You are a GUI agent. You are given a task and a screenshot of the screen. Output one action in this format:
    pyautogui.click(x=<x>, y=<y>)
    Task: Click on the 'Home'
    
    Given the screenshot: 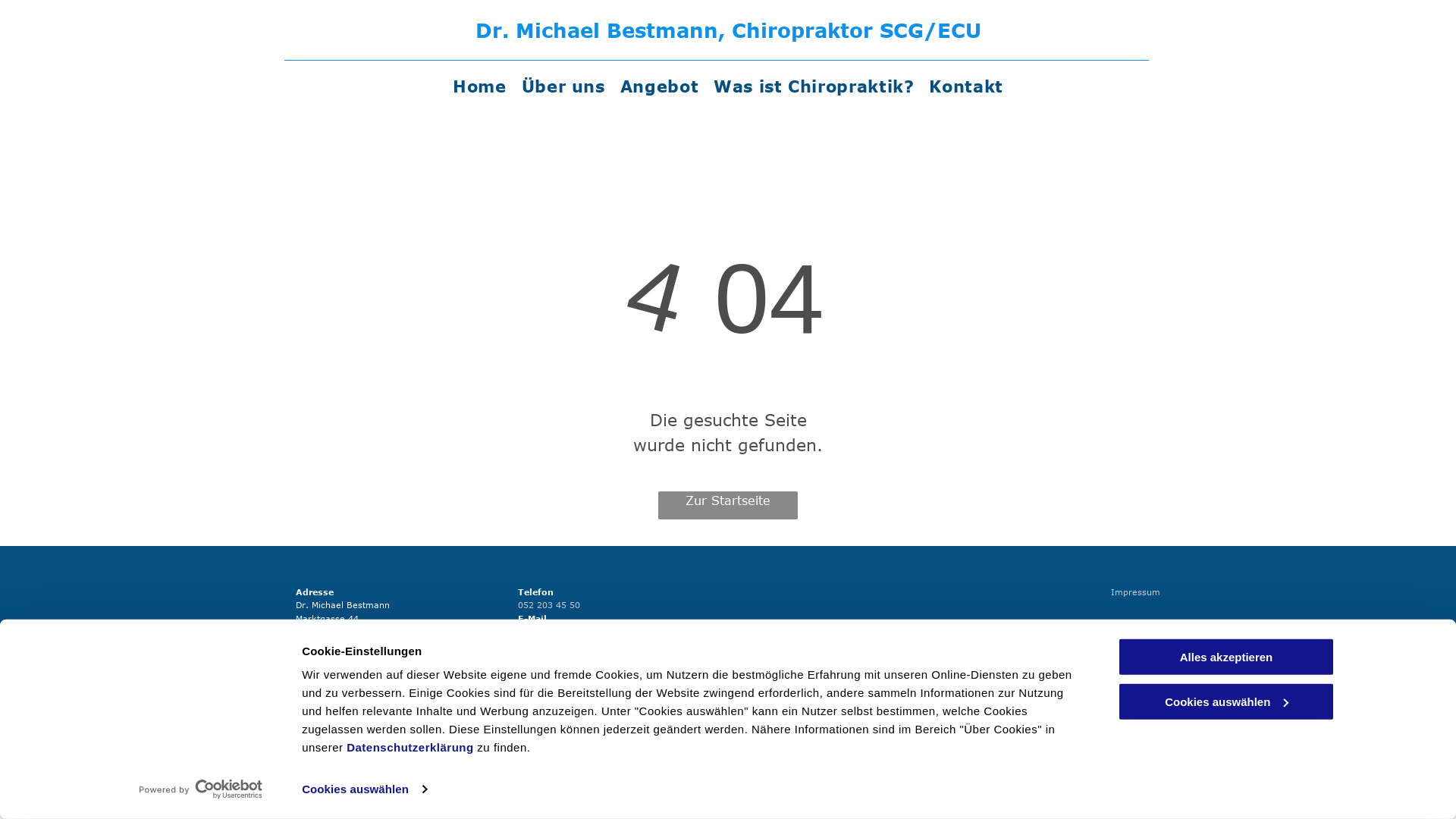 What is the action you would take?
    pyautogui.click(x=479, y=86)
    